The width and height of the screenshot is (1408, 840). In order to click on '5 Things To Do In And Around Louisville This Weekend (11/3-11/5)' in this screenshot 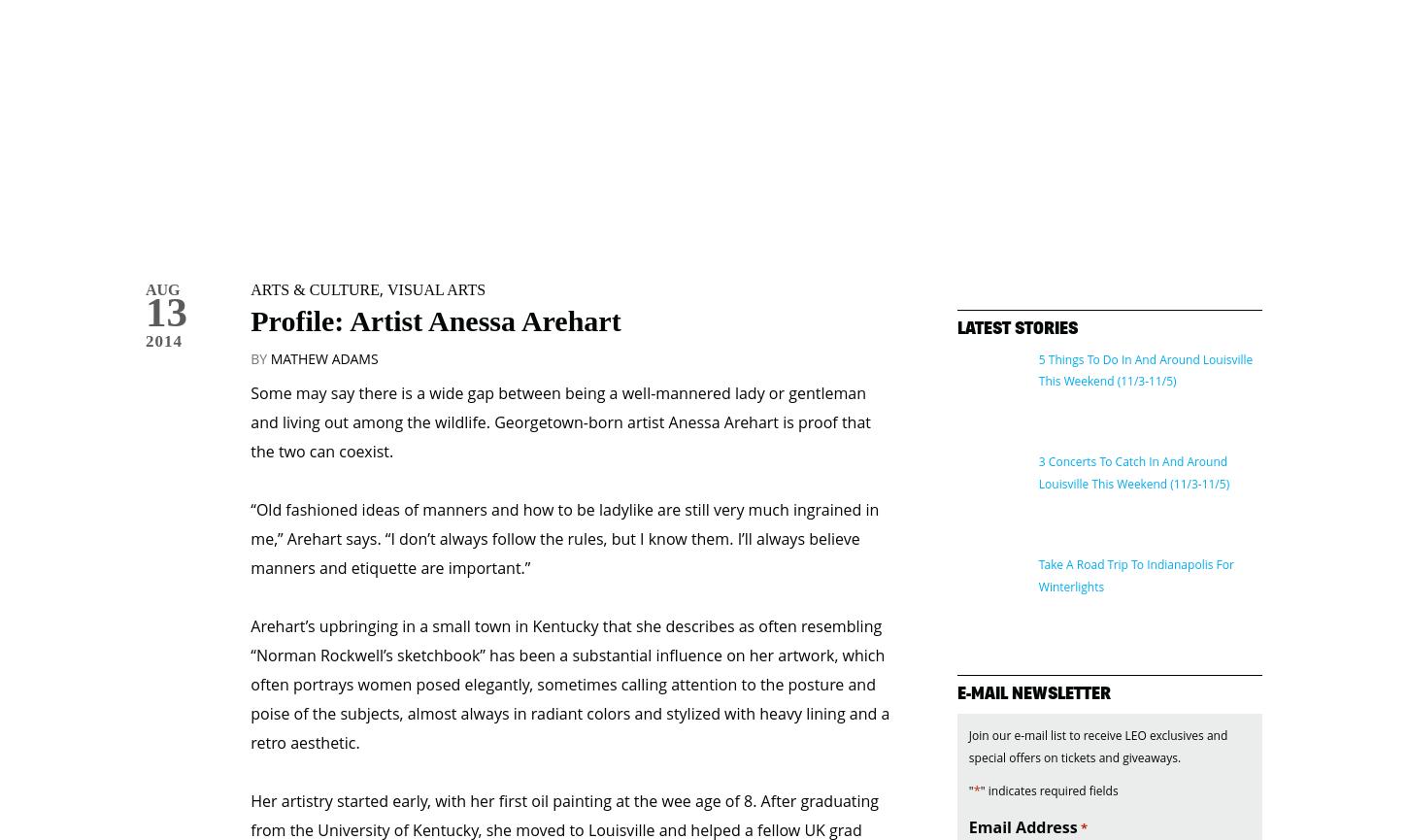, I will do `click(1144, 288)`.